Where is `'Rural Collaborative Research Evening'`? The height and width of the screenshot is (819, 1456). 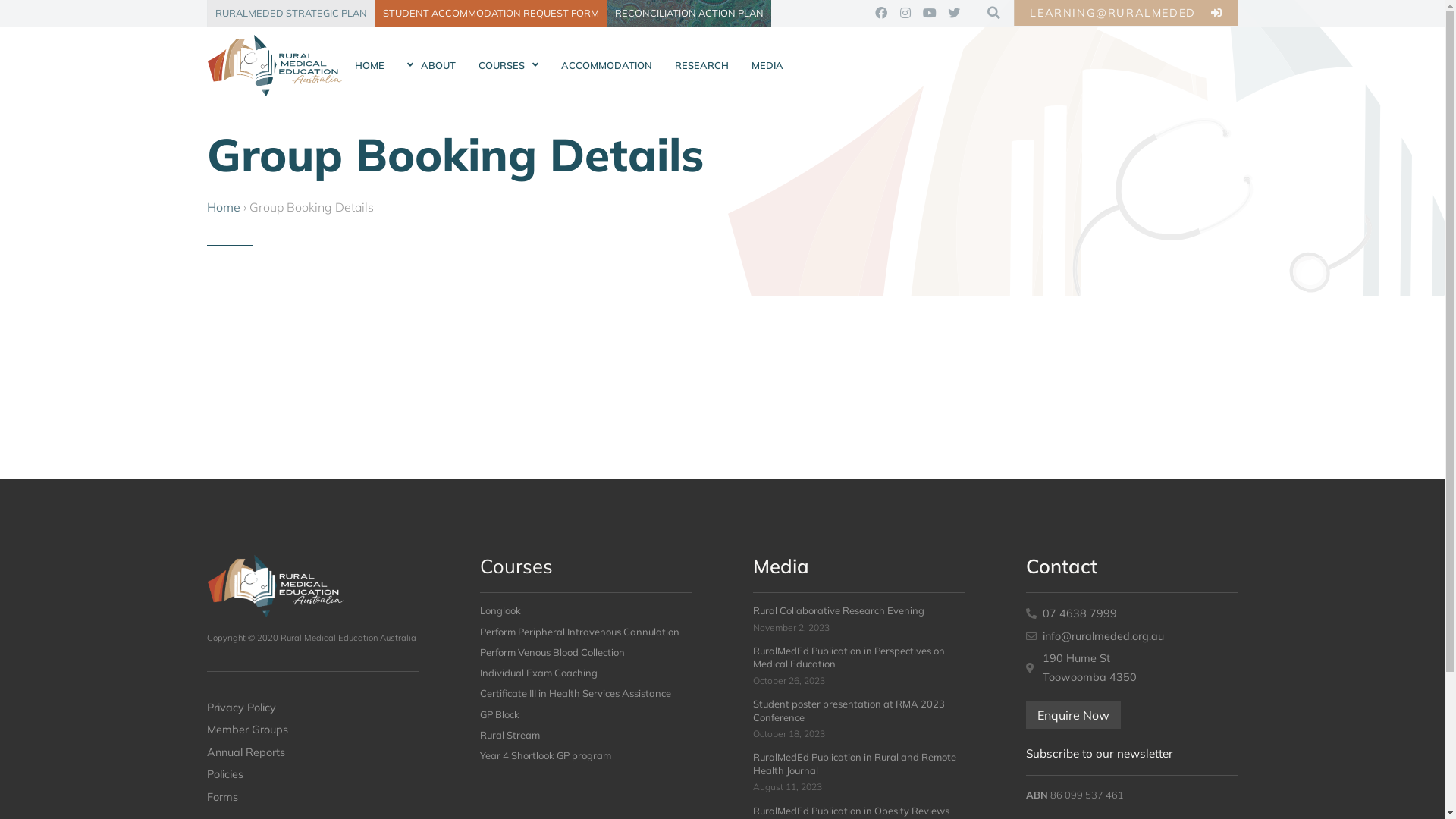
'Rural Collaborative Research Evening' is located at coordinates (752, 610).